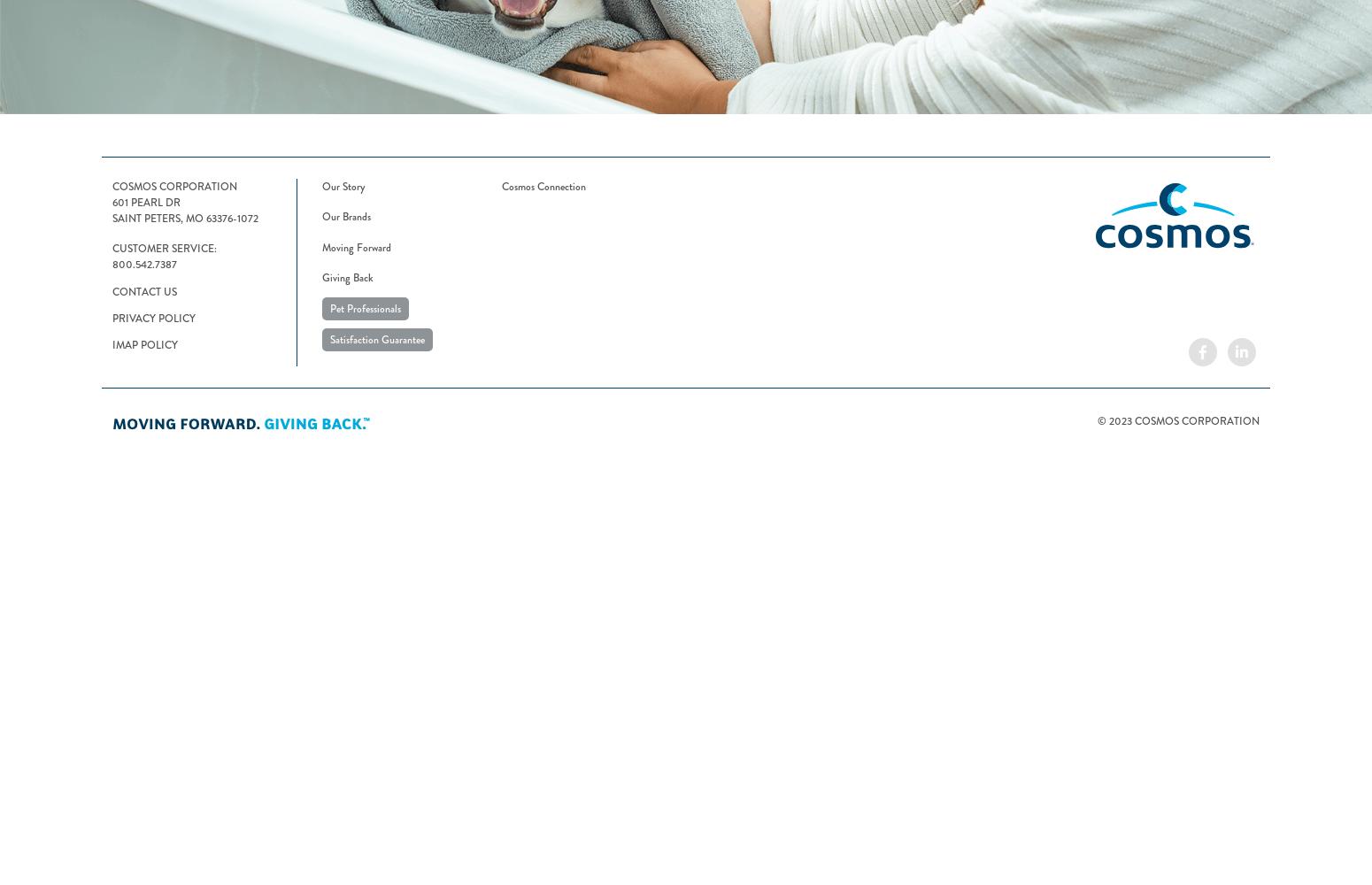 This screenshot has height=885, width=1372. I want to click on 'Contact Us', so click(112, 290).